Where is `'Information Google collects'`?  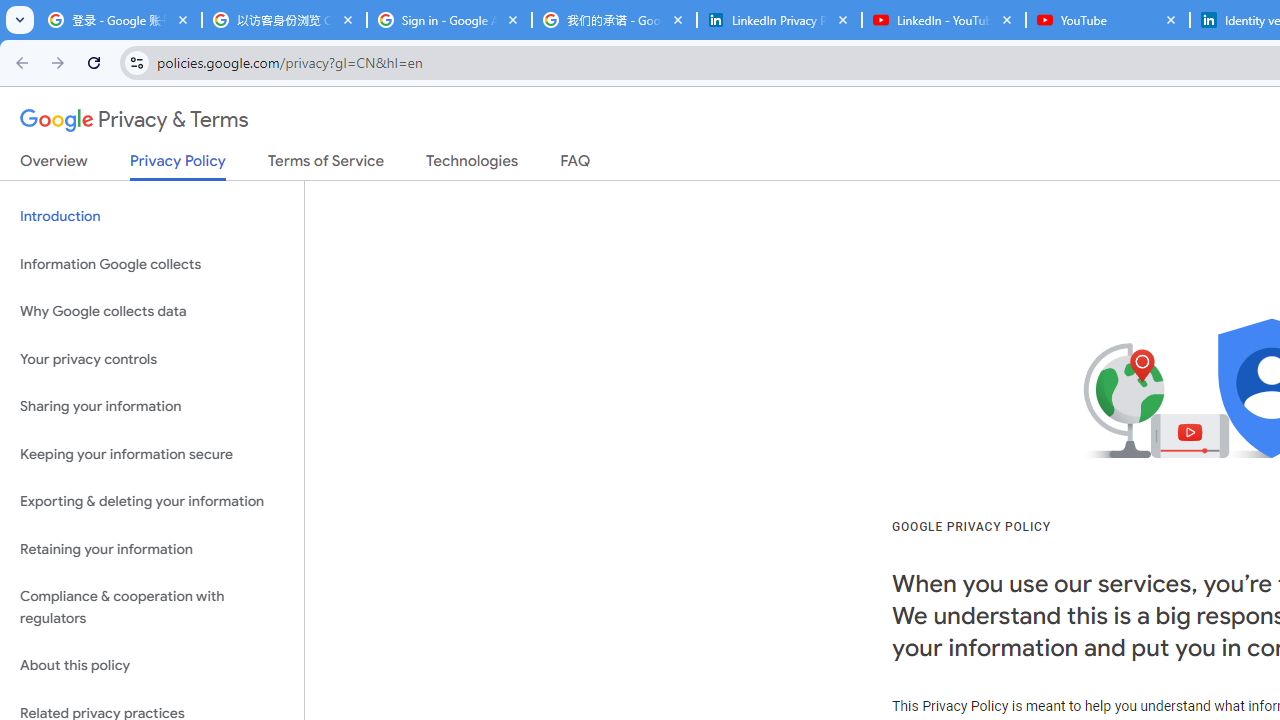
'Information Google collects' is located at coordinates (151, 263).